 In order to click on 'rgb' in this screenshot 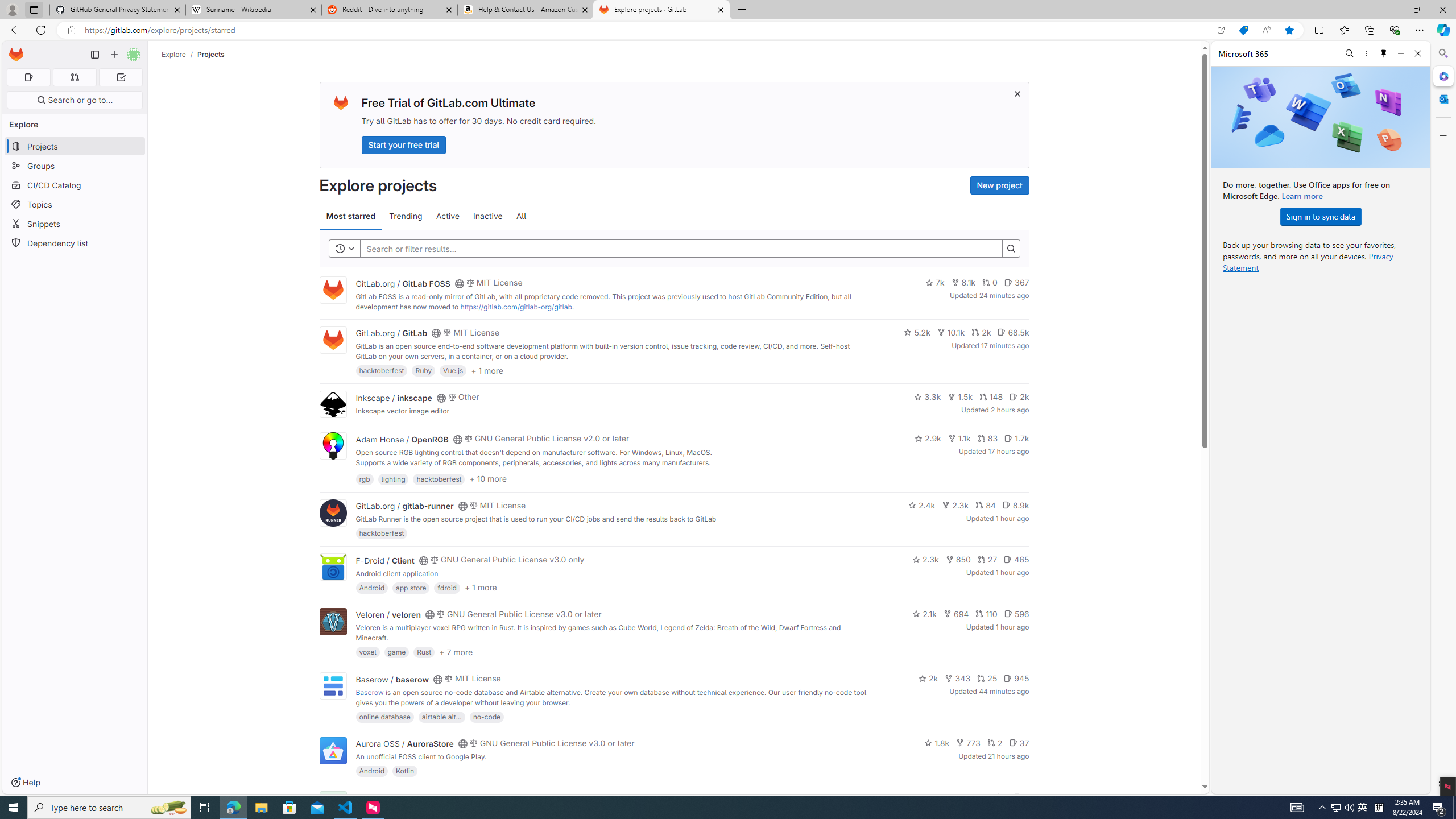, I will do `click(364, 478)`.